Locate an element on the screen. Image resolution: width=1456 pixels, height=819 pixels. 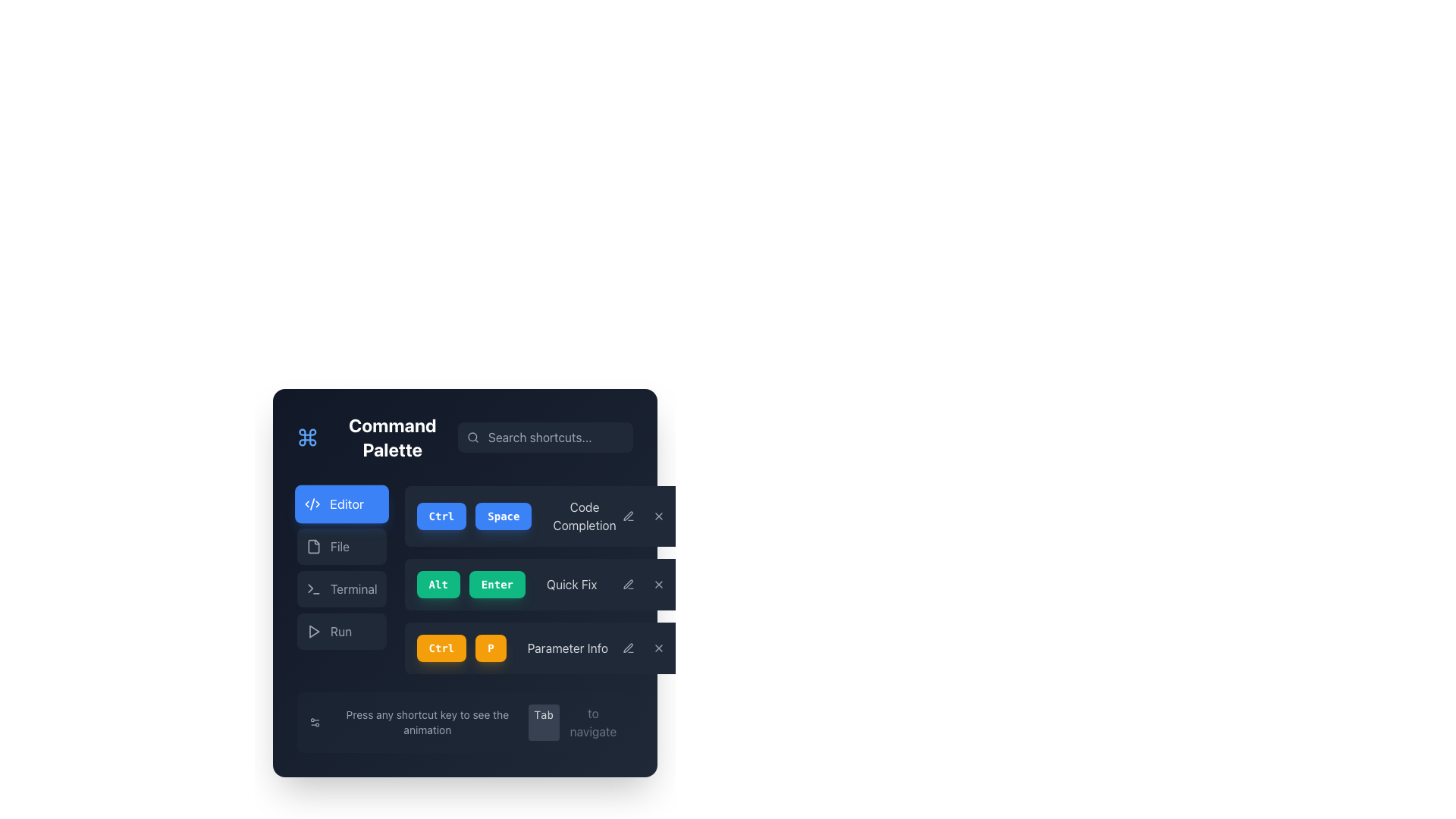
the text label that displays 'Code Completion', styled with gray color, located to the right of the blue buttons labeled 'Ctrl' and 'Space' is located at coordinates (584, 516).